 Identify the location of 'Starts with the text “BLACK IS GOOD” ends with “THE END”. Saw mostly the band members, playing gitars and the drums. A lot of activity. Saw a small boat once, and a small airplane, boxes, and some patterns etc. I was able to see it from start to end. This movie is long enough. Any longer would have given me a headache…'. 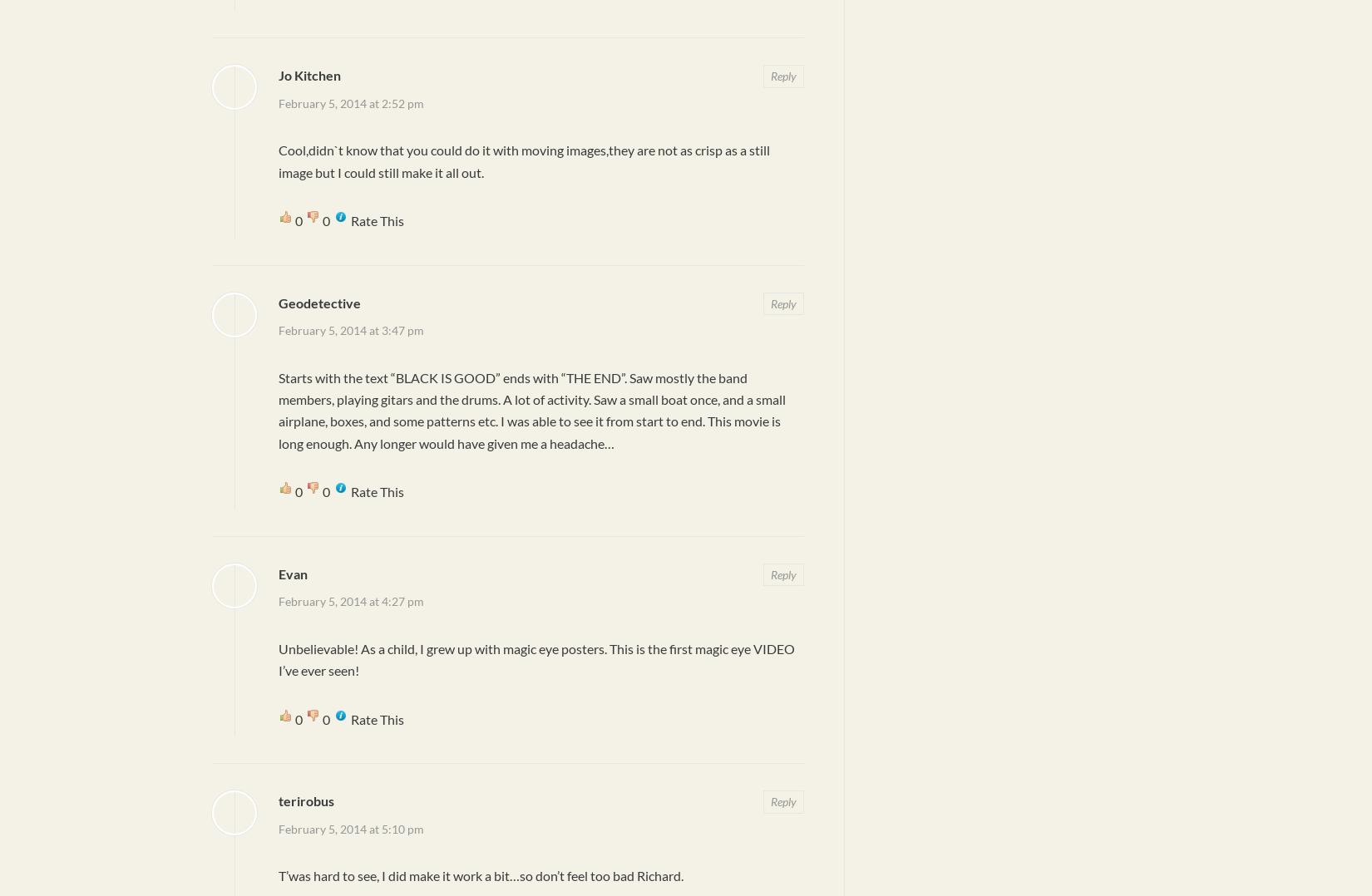
(531, 408).